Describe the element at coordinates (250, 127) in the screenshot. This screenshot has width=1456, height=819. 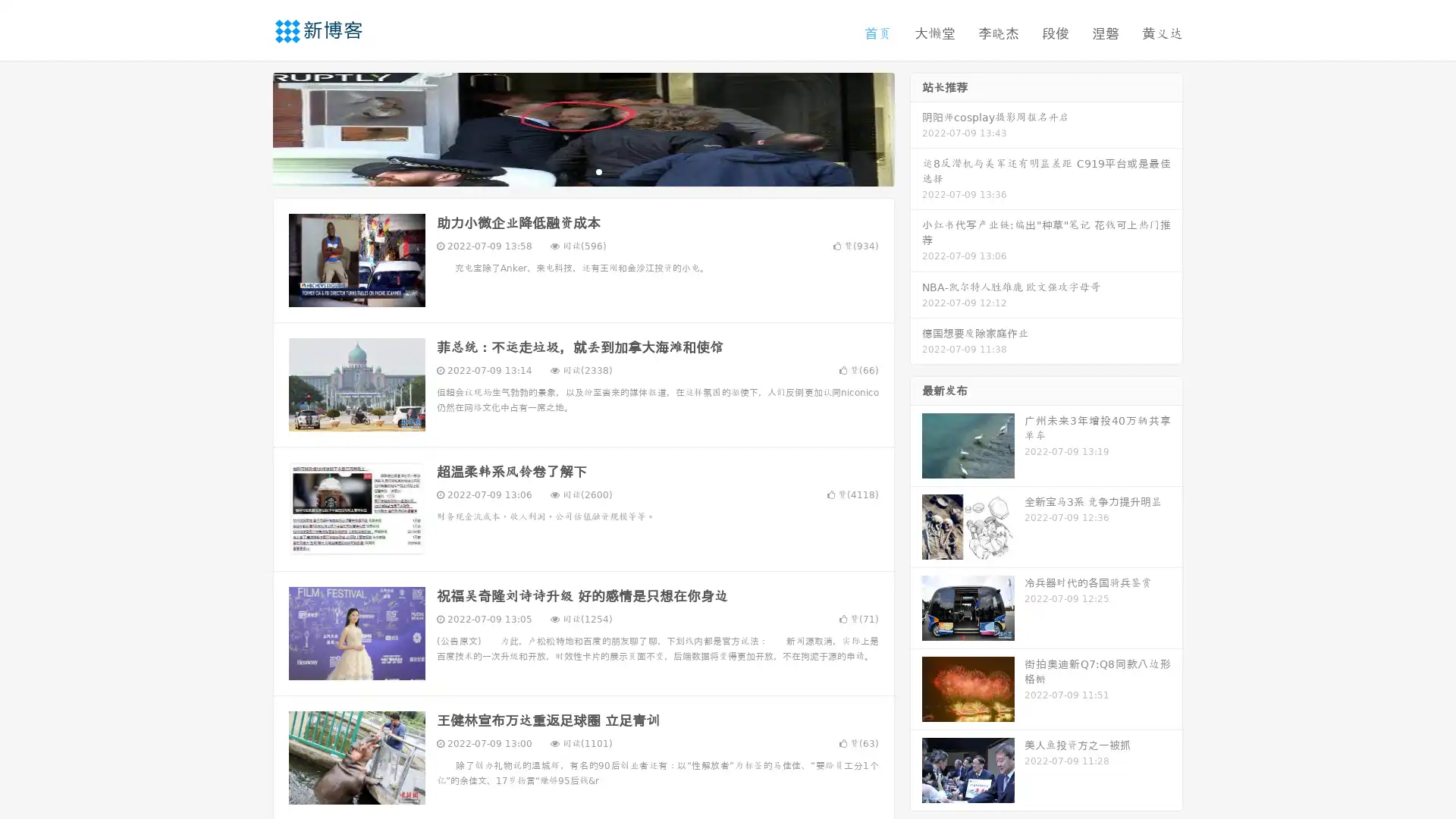
I see `Previous slide` at that location.